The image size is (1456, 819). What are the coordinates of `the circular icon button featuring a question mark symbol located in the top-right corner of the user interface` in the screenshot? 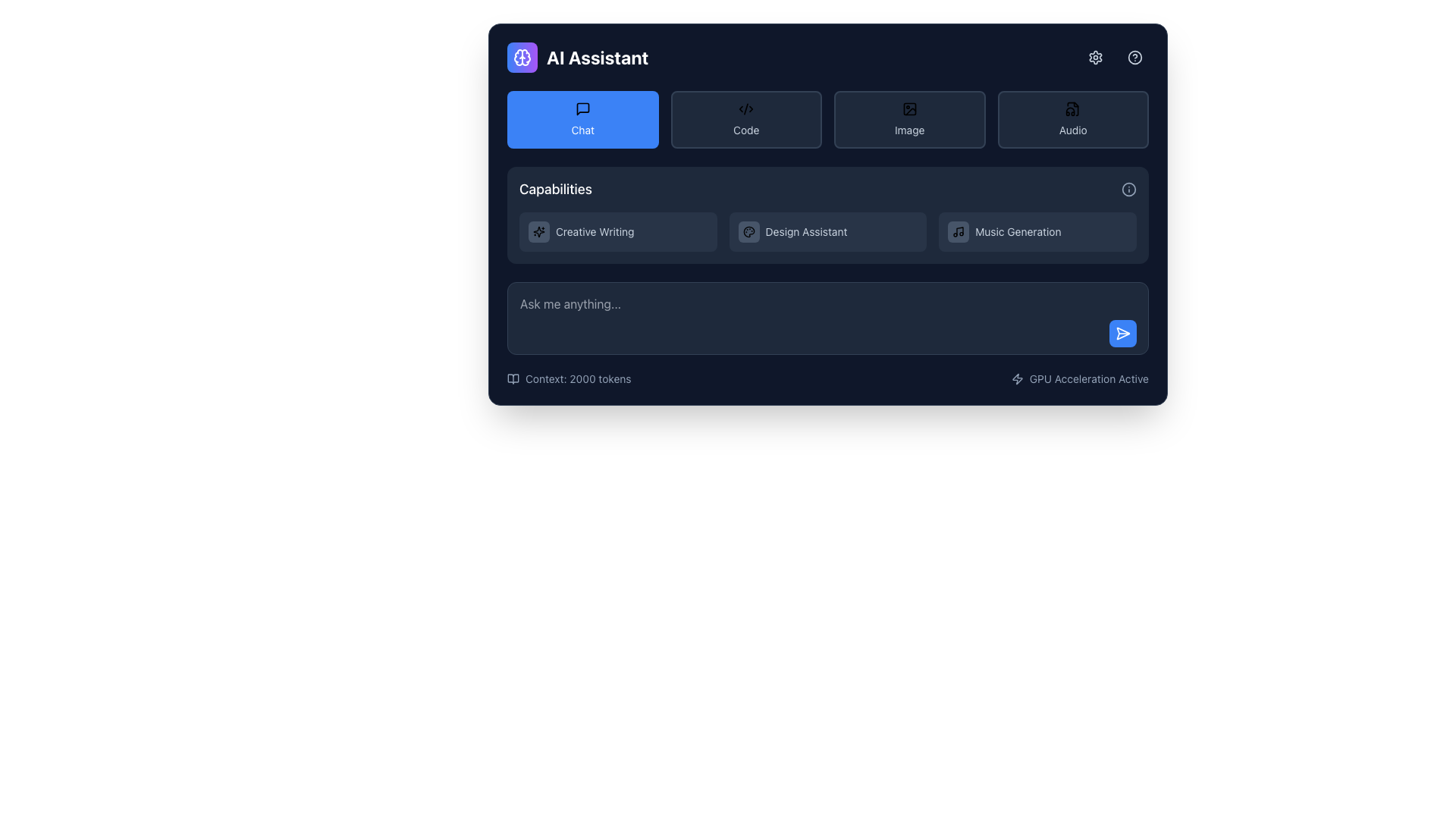 It's located at (1135, 57).